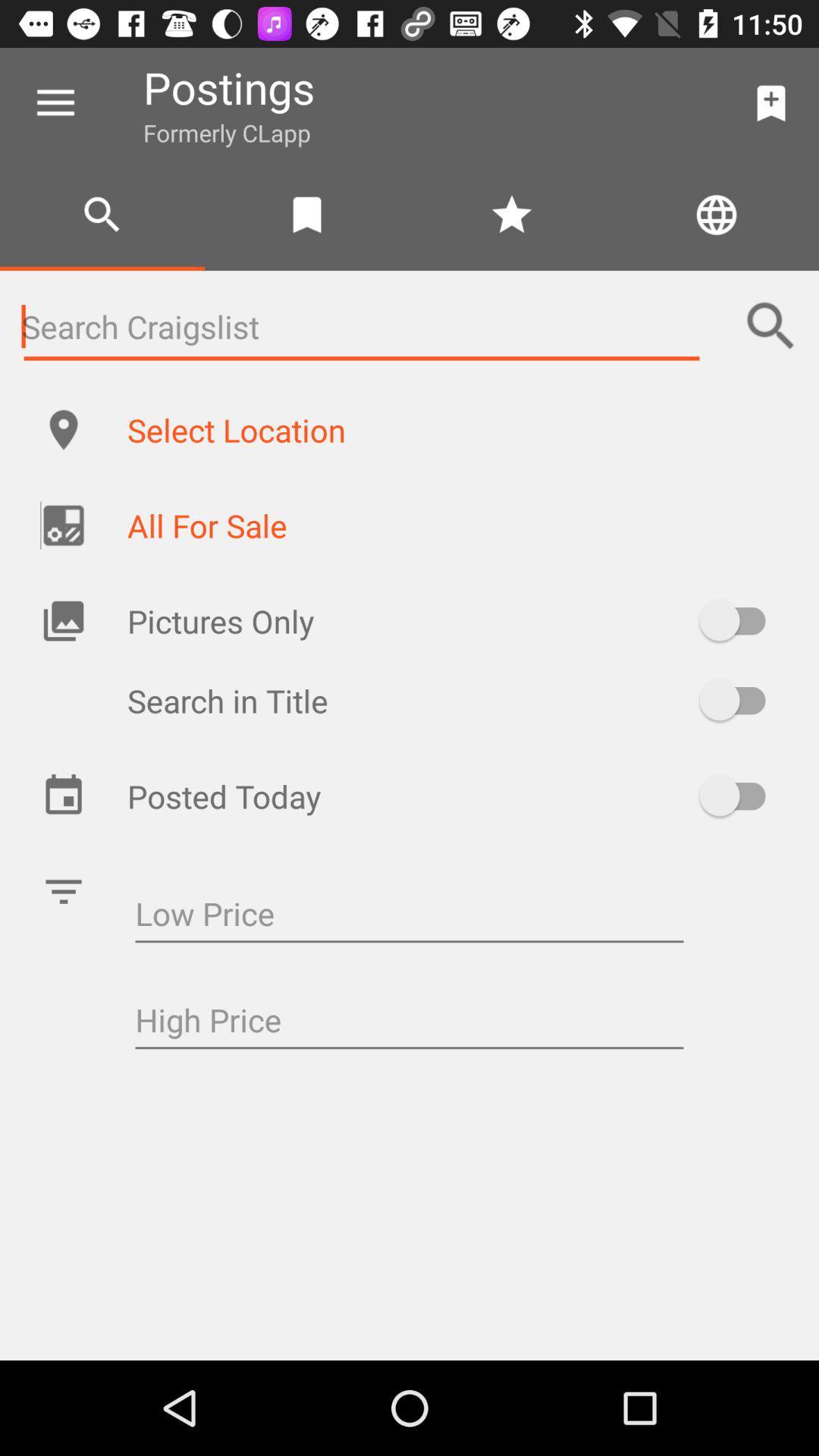  I want to click on the icon next to the postings icon, so click(55, 102).